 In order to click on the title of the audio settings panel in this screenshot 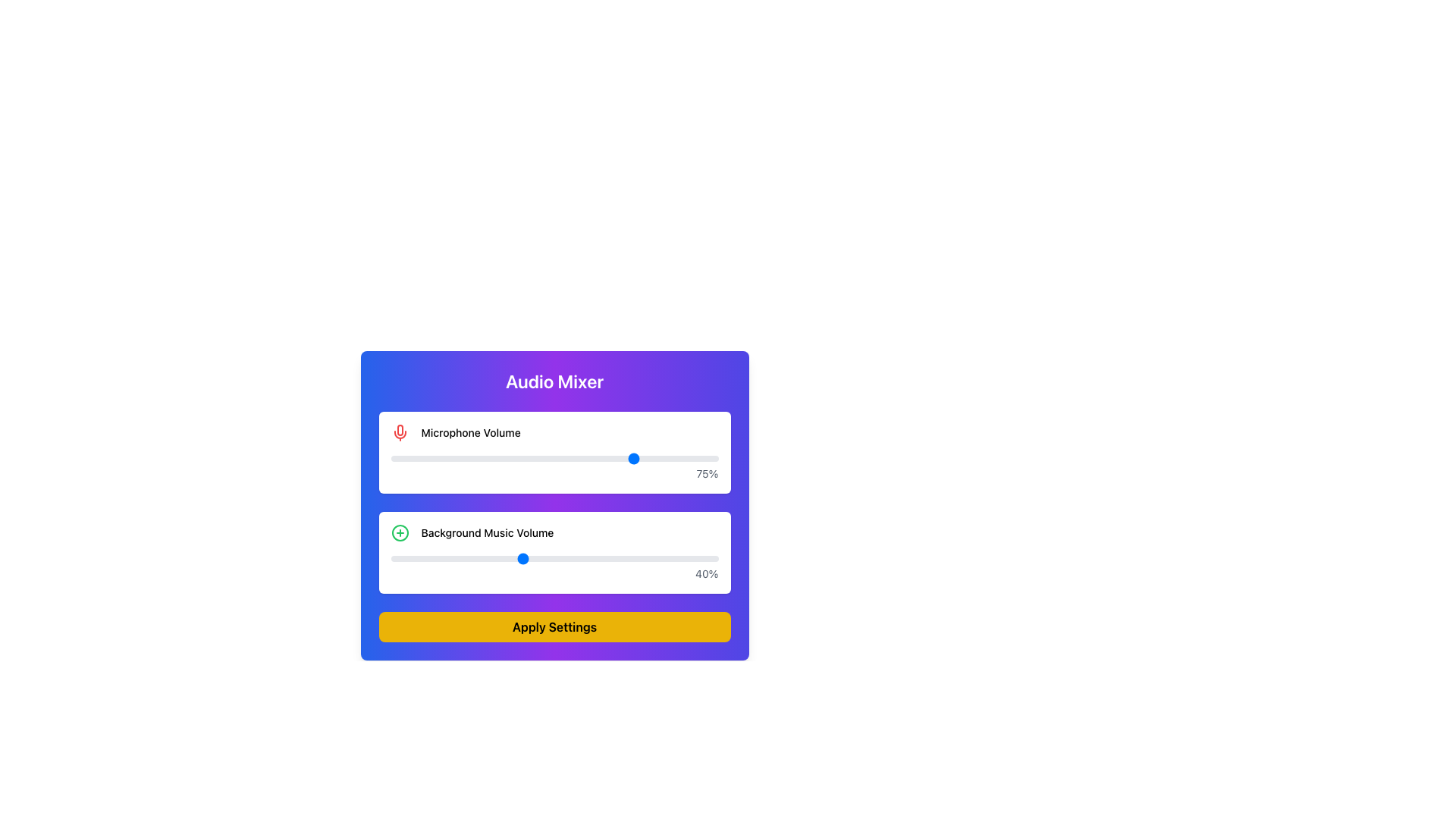, I will do `click(554, 506)`.